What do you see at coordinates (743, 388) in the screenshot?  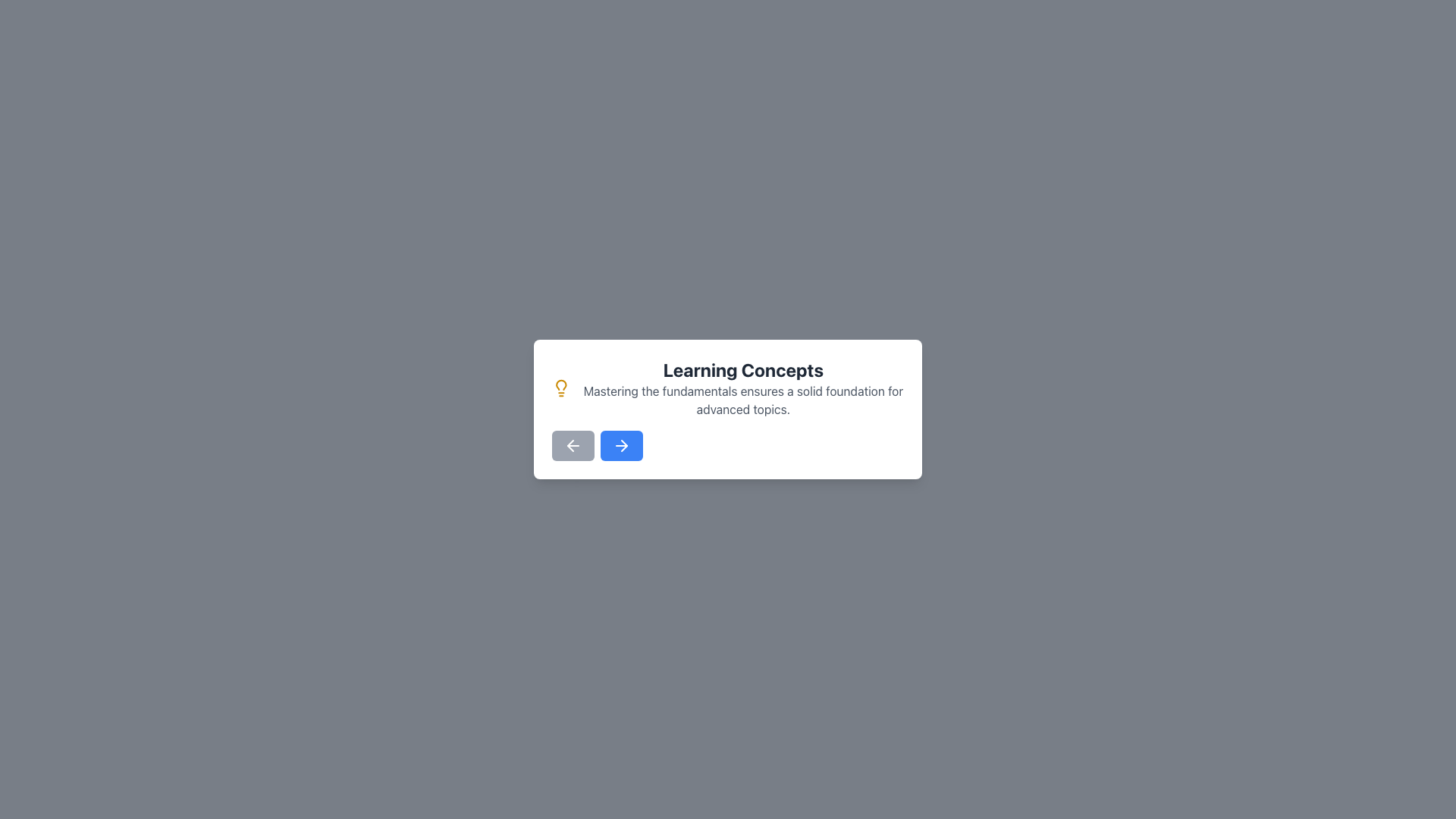 I see `the Textual Display Element that presents the concept header 'Learning Concepts' and its informative statement about mastering fundamentals` at bounding box center [743, 388].